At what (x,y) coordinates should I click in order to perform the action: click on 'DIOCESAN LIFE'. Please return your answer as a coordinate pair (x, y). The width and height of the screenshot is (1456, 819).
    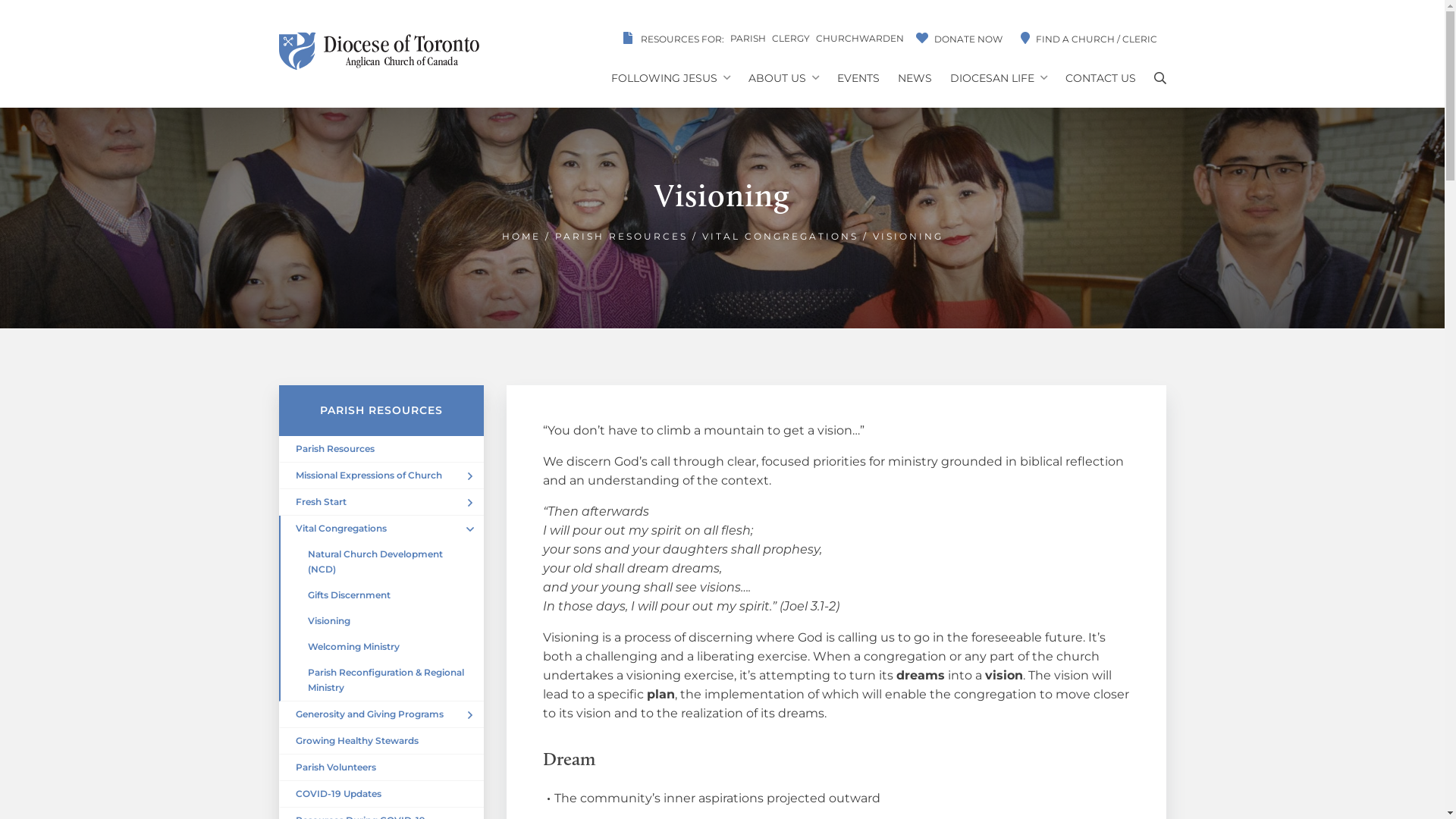
    Looking at the image, I should click on (997, 78).